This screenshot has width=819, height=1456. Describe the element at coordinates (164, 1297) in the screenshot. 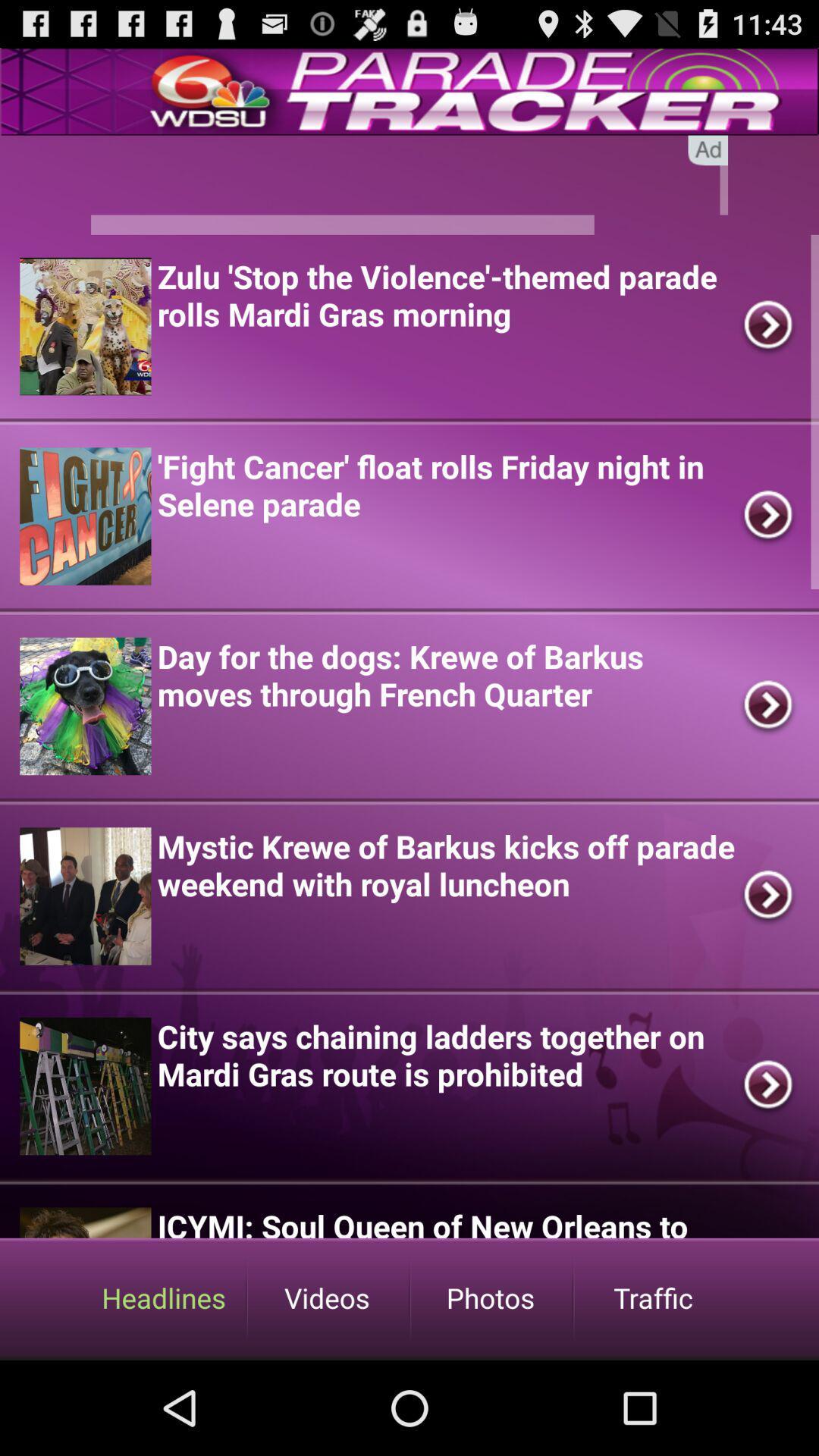

I see `headlines` at that location.